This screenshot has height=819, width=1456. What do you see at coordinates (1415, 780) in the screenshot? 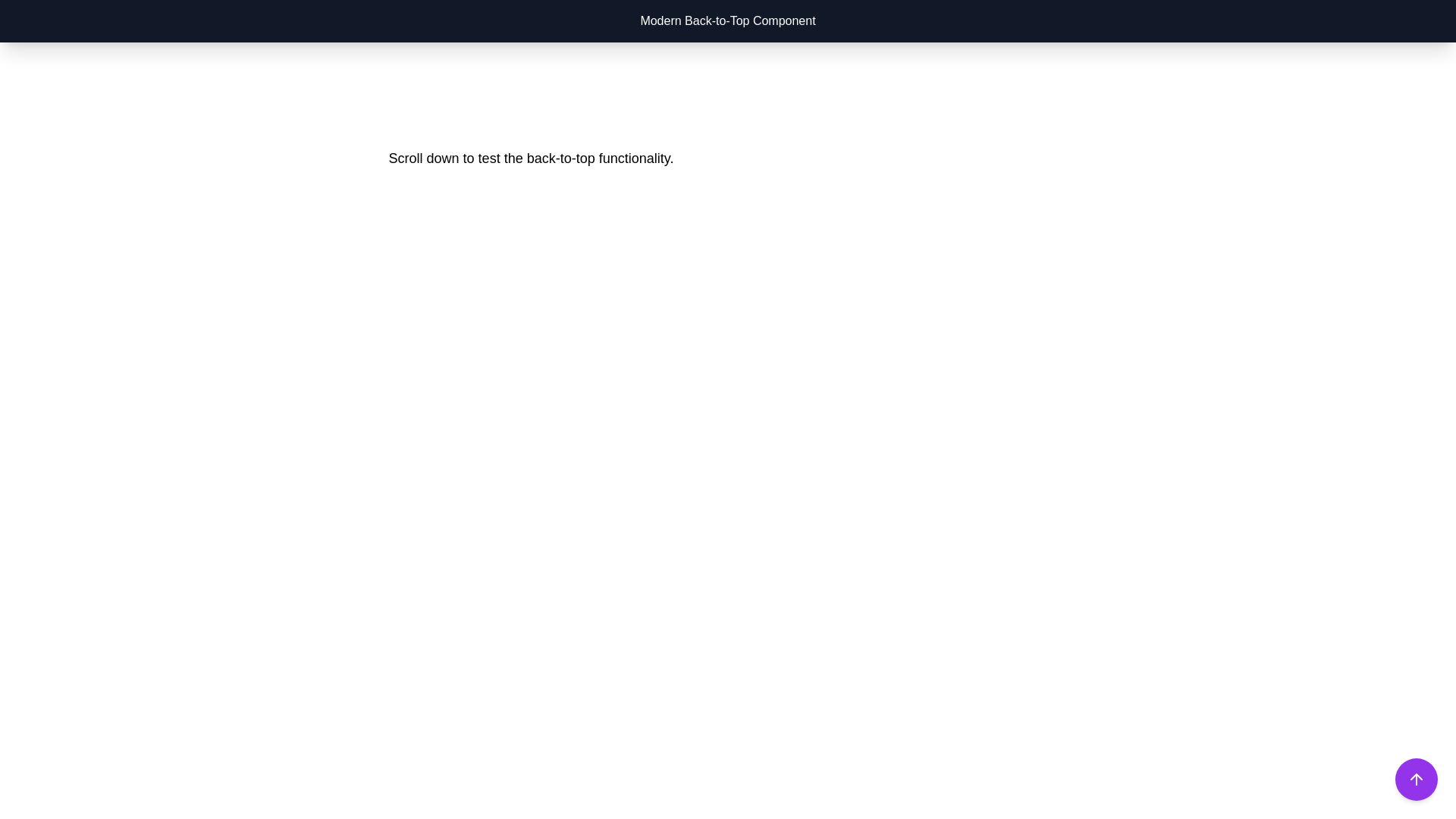
I see `keyboard navigation` at bounding box center [1415, 780].